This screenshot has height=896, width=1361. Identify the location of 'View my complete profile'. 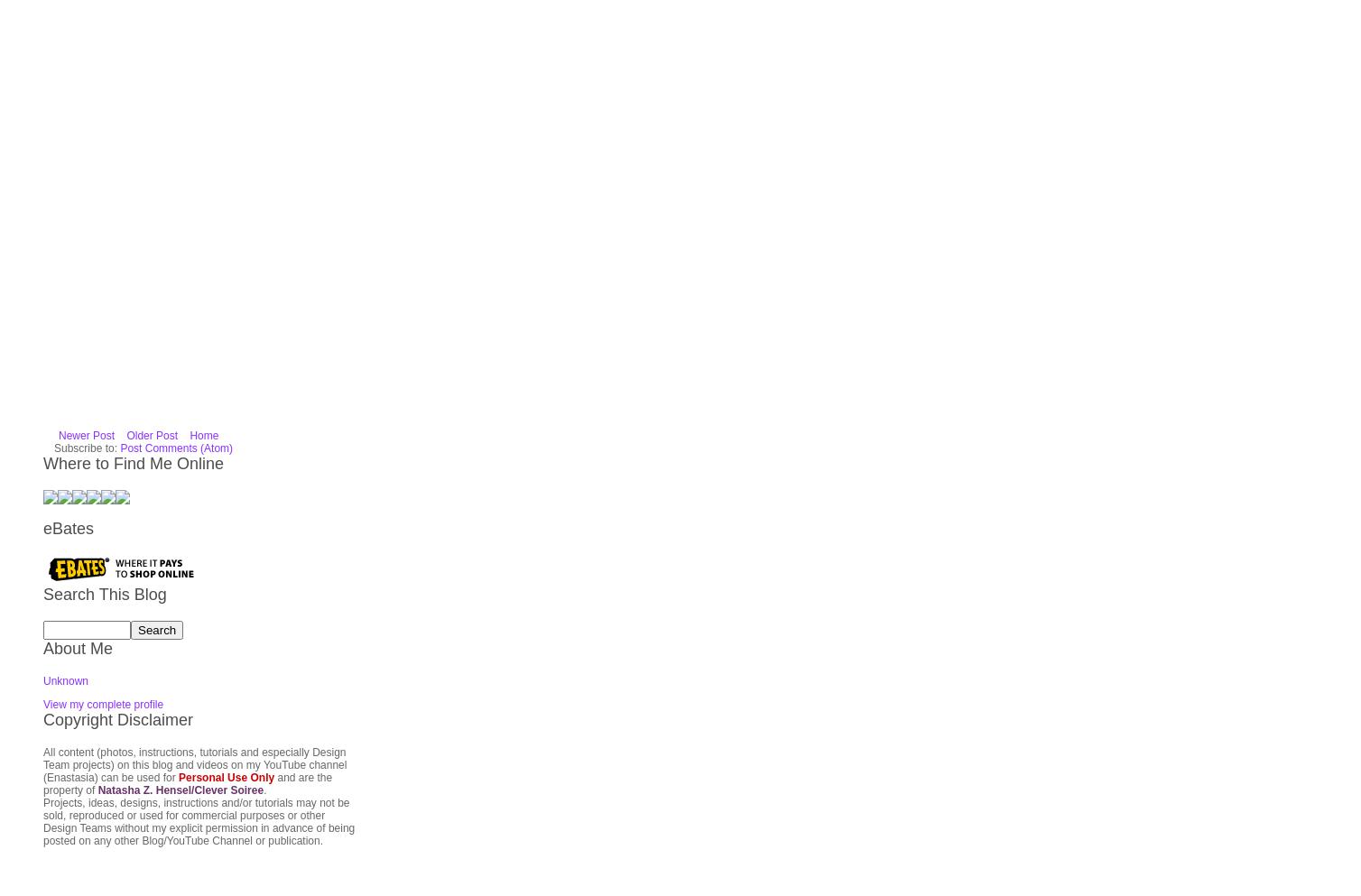
(103, 487).